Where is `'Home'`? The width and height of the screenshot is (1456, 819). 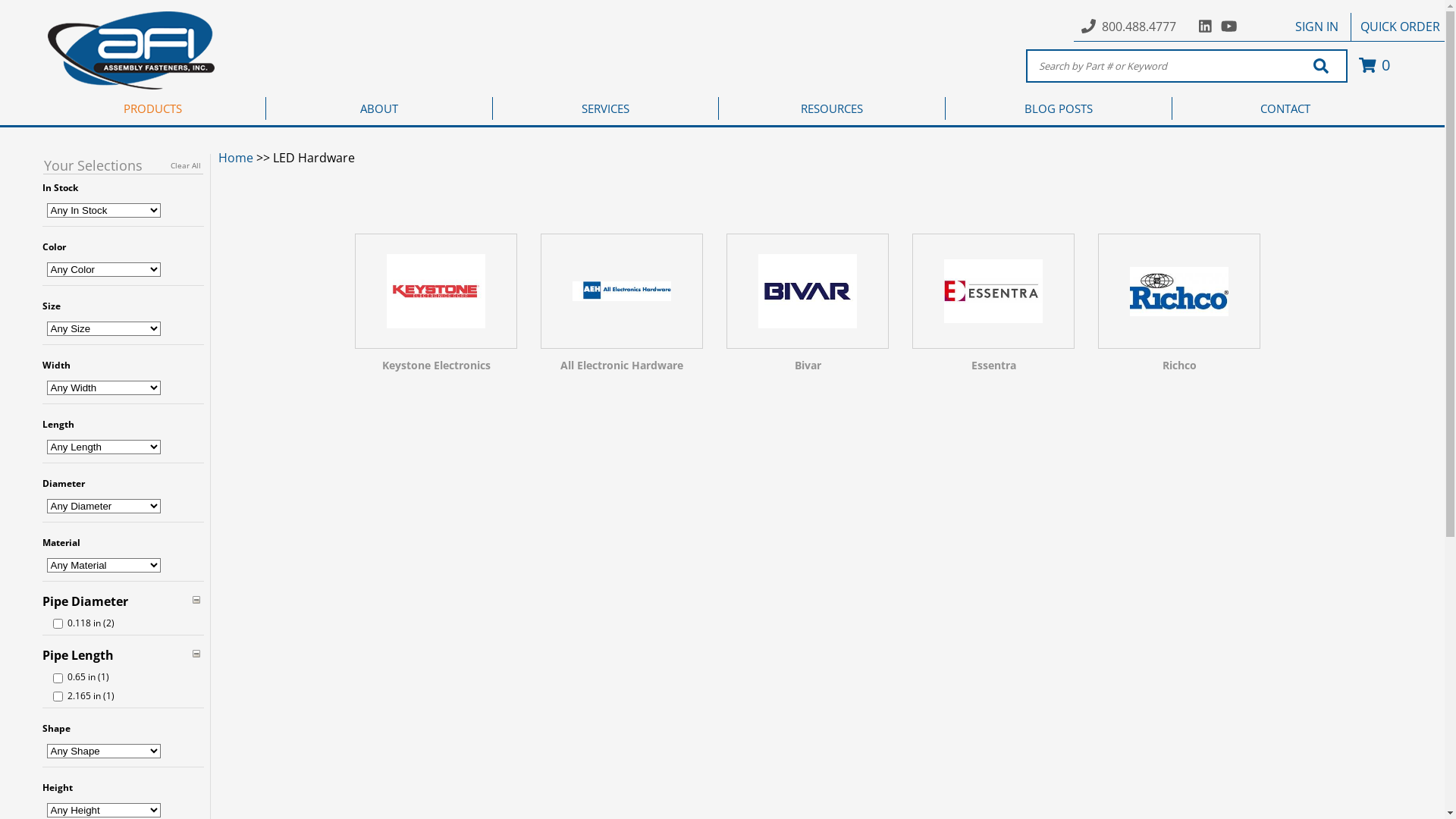 'Home' is located at coordinates (235, 158).